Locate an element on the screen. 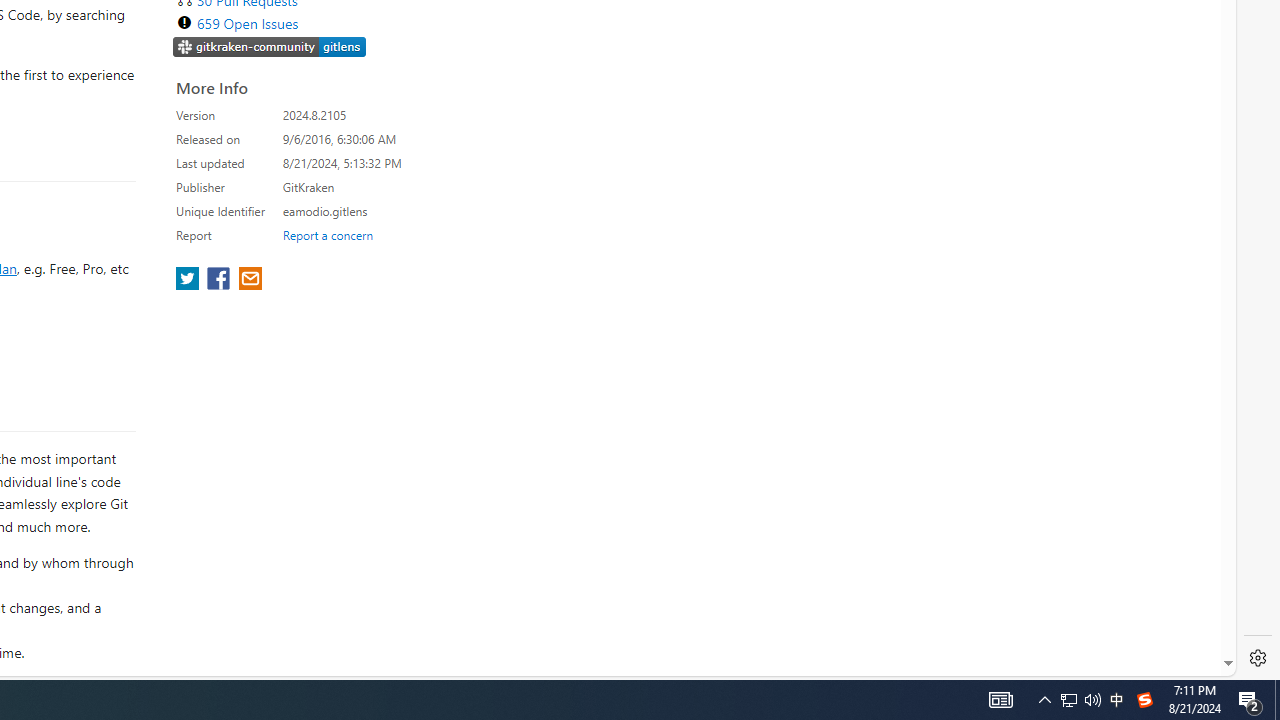 This screenshot has width=1280, height=720. 'https://slack.gitkraken.com//' is located at coordinates (269, 45).